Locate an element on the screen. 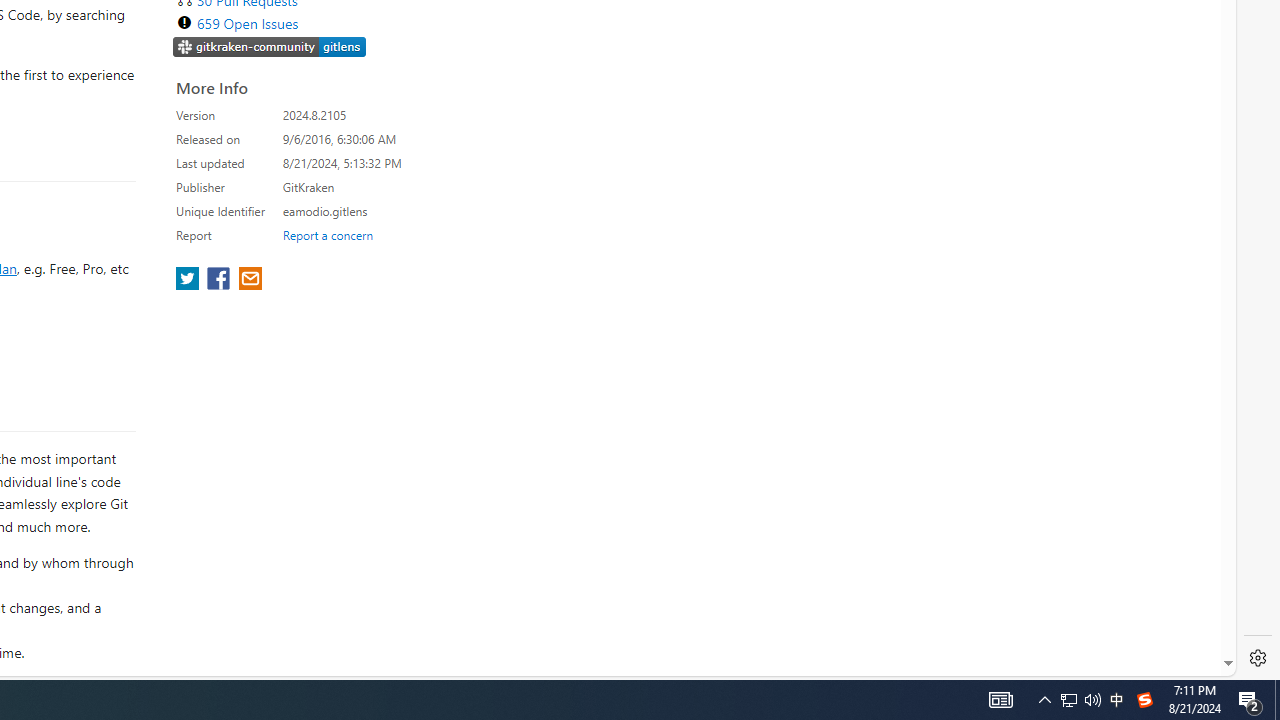 This screenshot has width=1280, height=720. 'https://slack.gitkraken.com//' is located at coordinates (269, 45).